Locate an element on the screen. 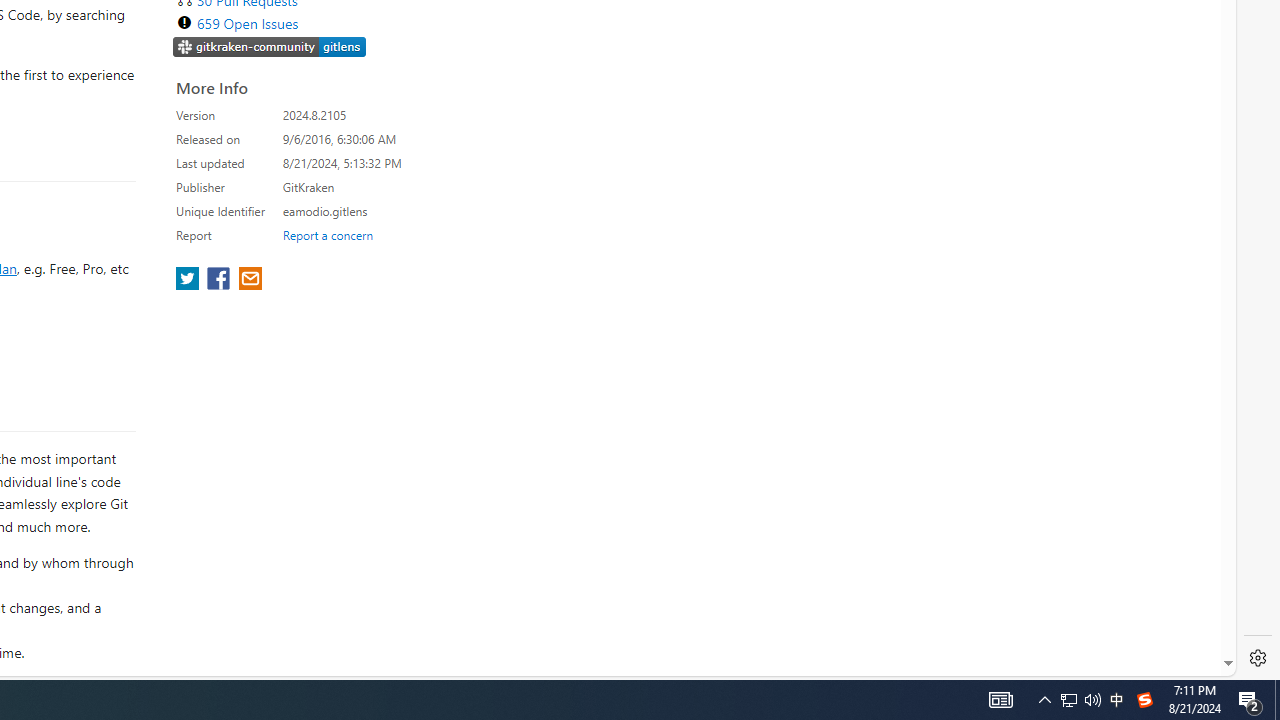 This screenshot has width=1280, height=720. 'https://slack.gitkraken.com//' is located at coordinates (269, 45).